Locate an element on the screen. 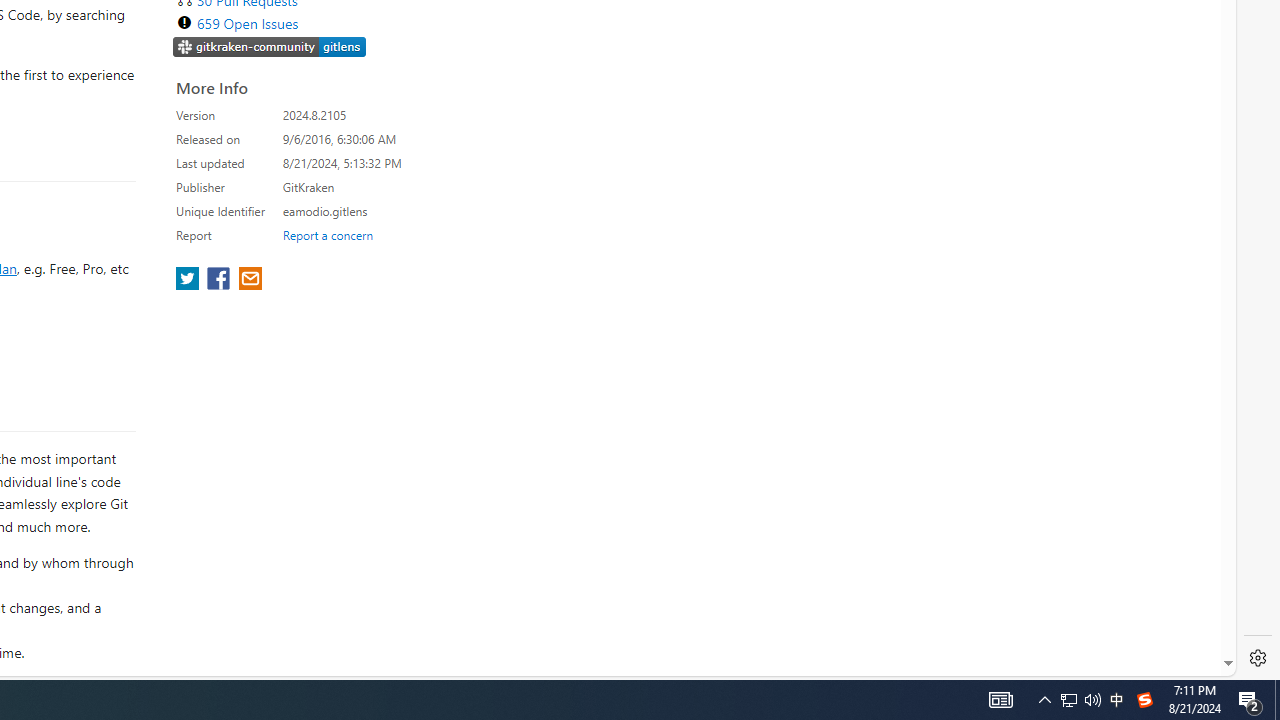 This screenshot has width=1280, height=720. 'https://slack.gitkraken.com//' is located at coordinates (269, 45).